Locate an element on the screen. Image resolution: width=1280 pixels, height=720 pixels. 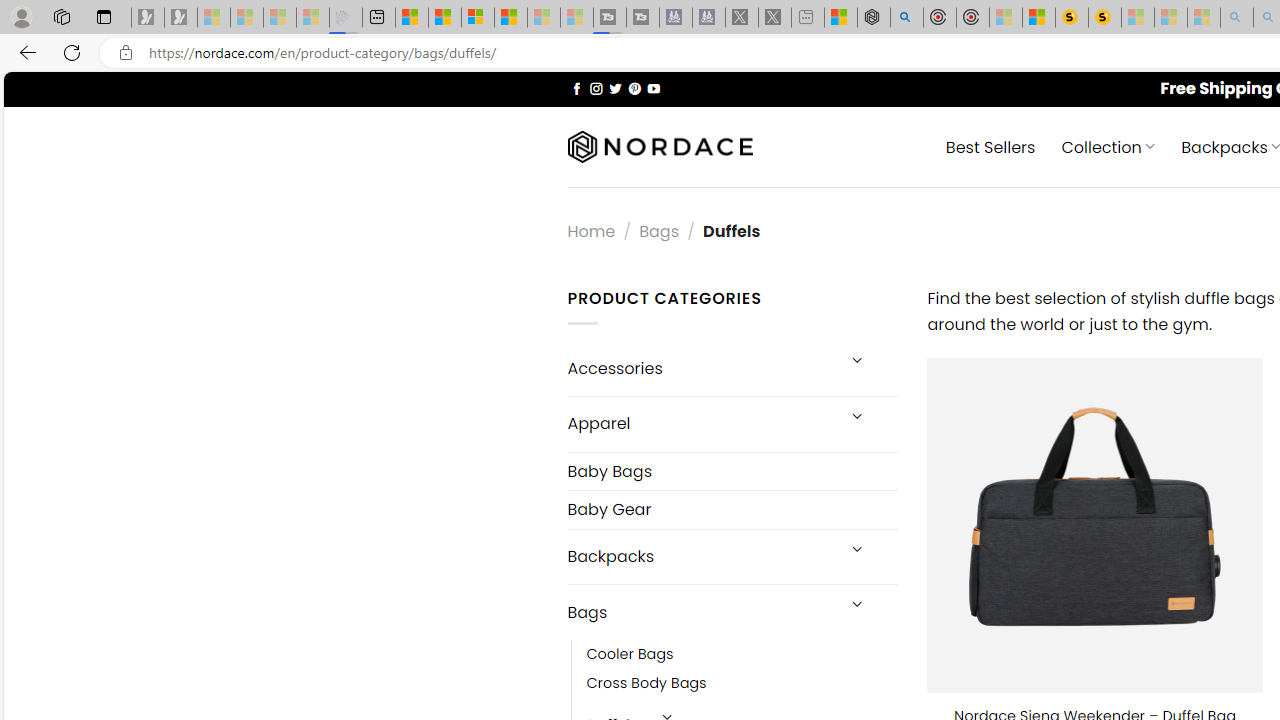
'Newsletter Sign Up - Sleeping' is located at coordinates (181, 17).